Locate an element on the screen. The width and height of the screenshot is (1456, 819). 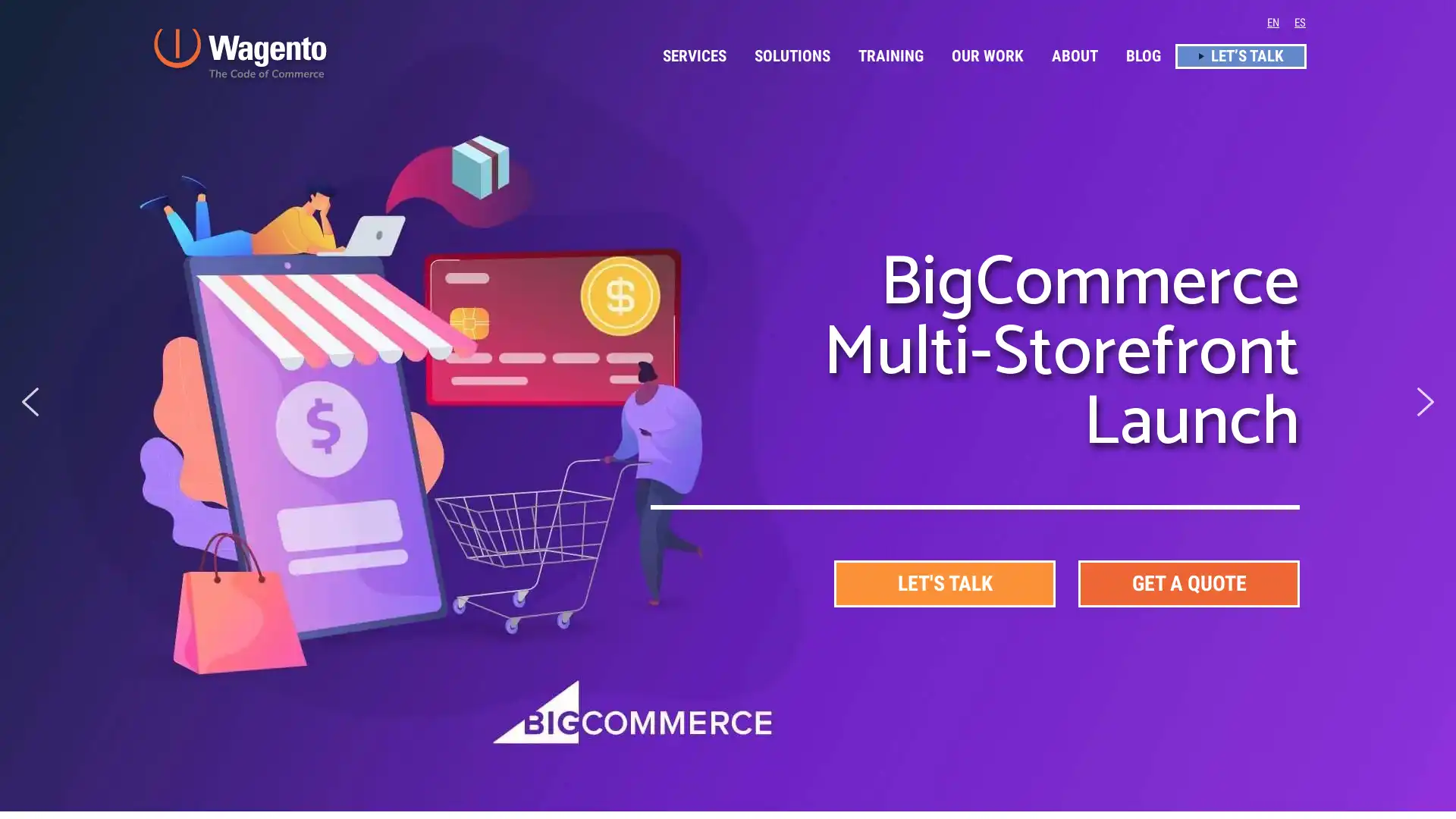
previous arrow is located at coordinates (30, 400).